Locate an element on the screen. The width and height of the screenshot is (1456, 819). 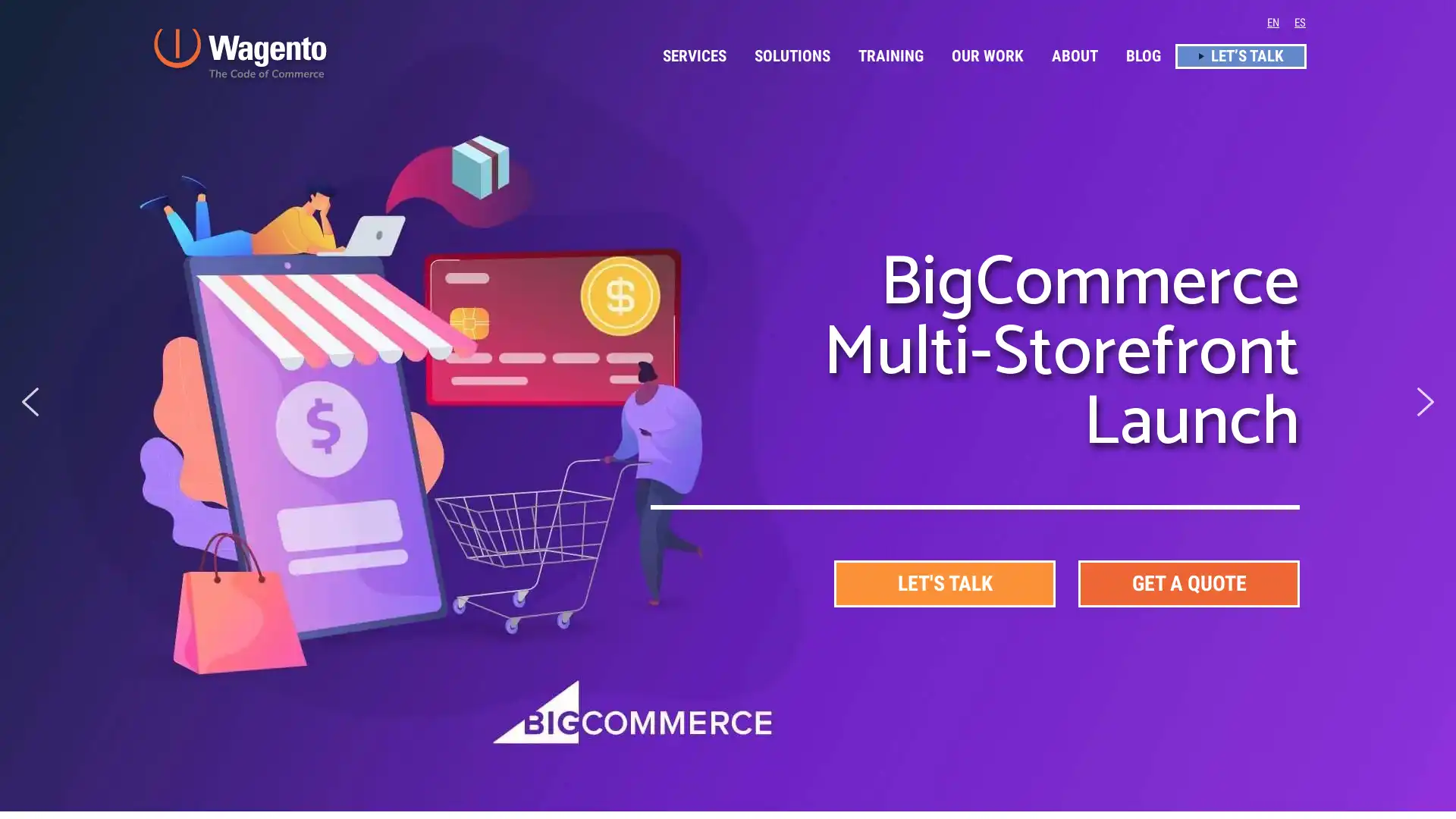
previous arrow is located at coordinates (30, 400).